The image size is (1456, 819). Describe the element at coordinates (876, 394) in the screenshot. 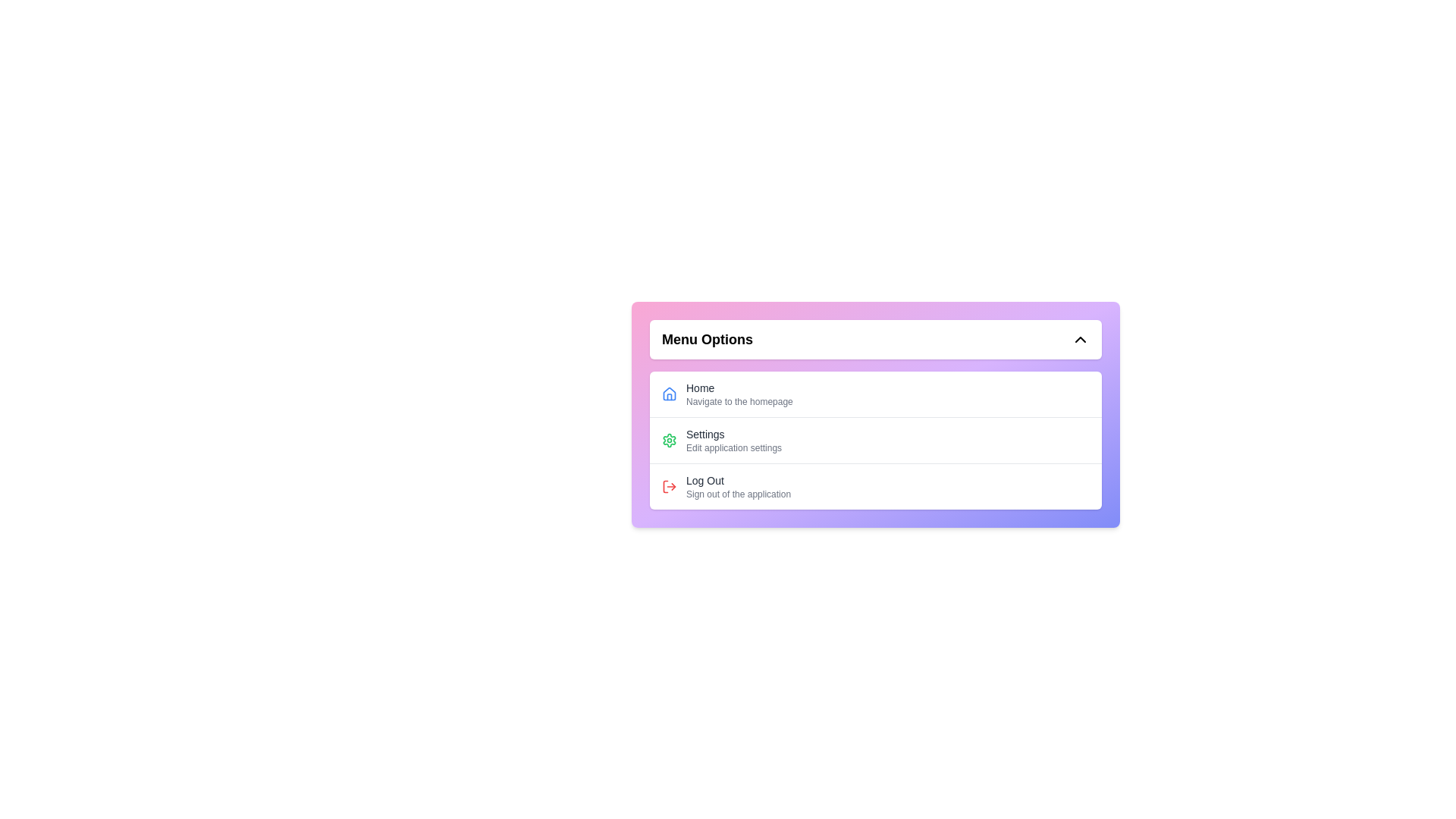

I see `the 'Home' button to navigate to the homepage` at that location.